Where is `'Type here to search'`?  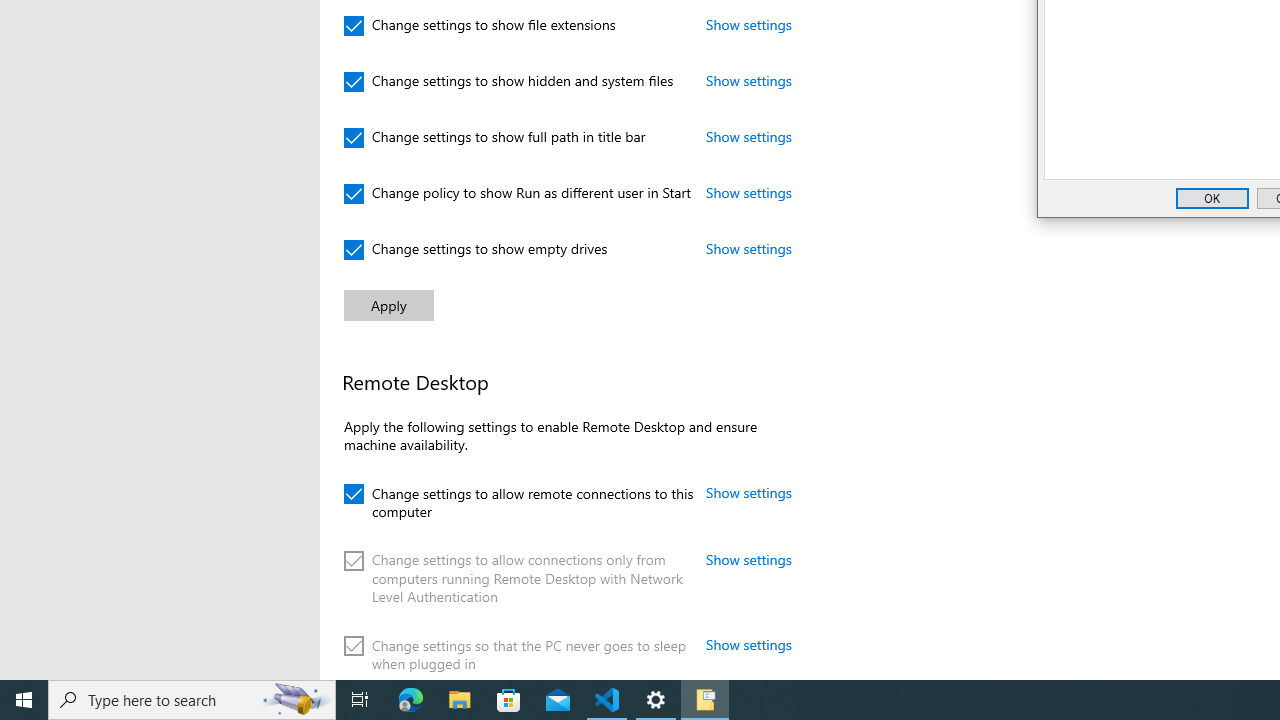 'Type here to search' is located at coordinates (192, 698).